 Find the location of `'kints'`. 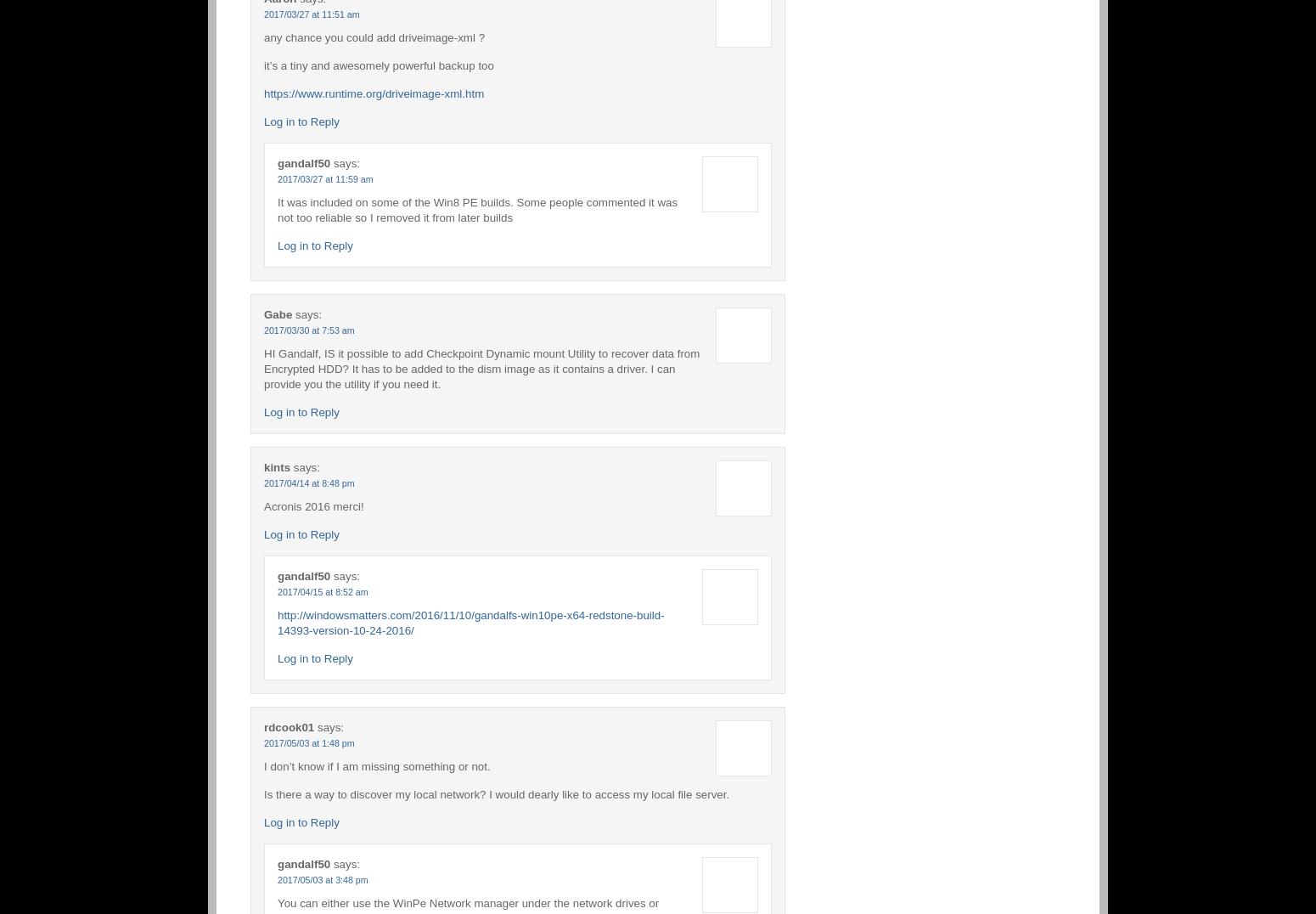

'kints' is located at coordinates (276, 465).